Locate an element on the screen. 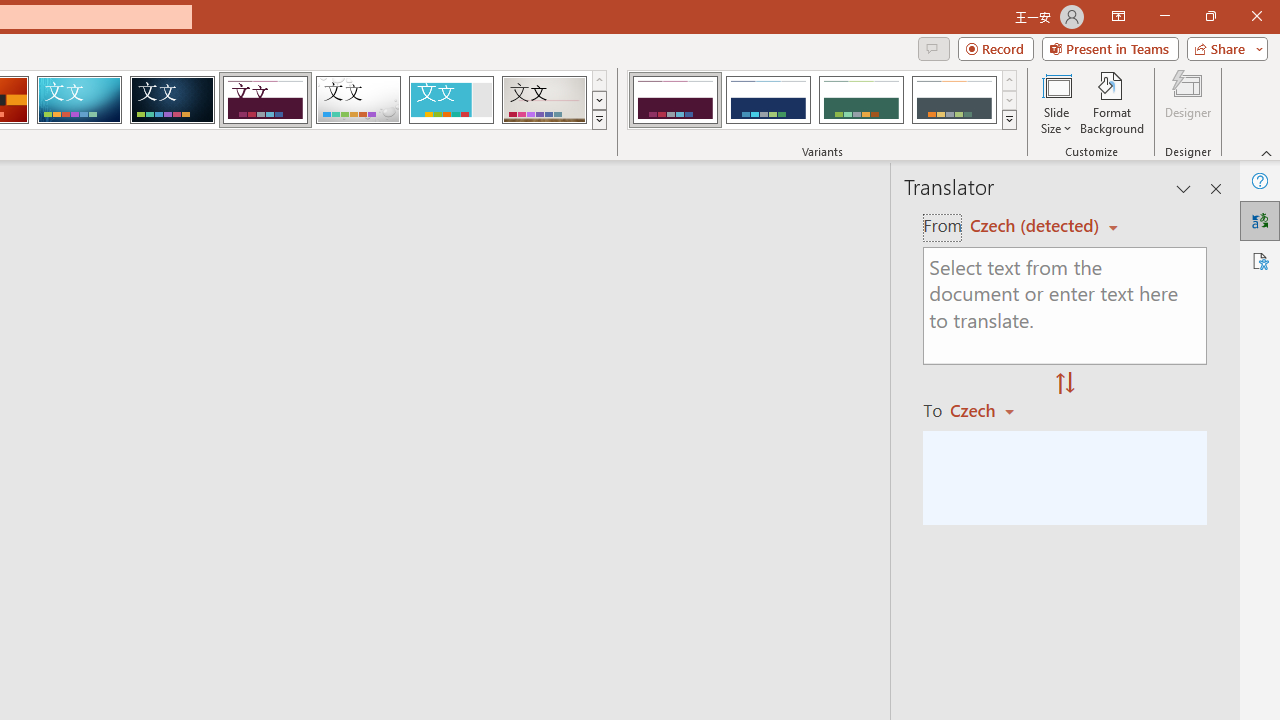 The width and height of the screenshot is (1280, 720). 'Format Background' is located at coordinates (1111, 103).